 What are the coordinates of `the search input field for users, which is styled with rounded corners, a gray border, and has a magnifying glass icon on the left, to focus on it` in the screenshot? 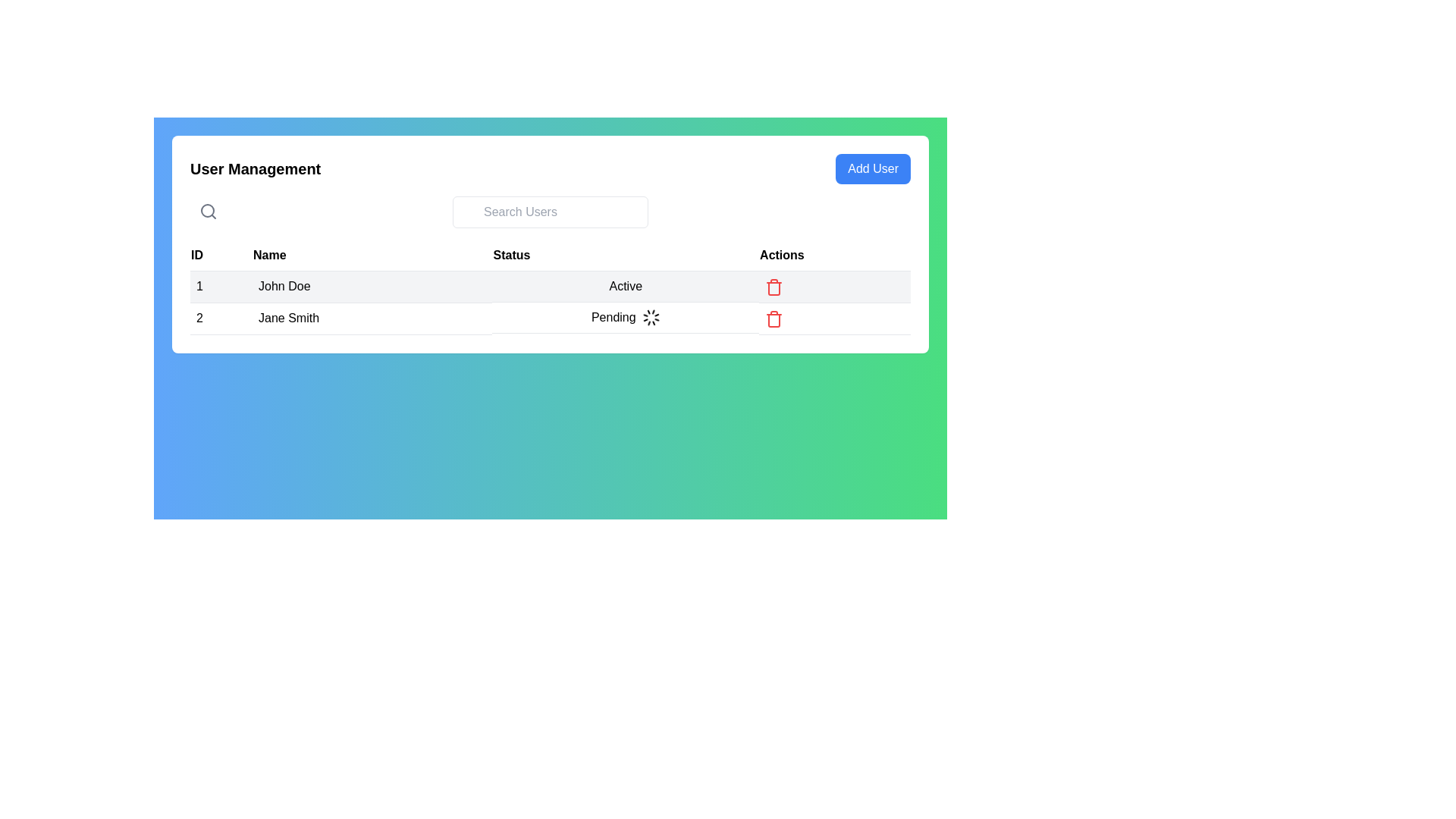 It's located at (549, 212).